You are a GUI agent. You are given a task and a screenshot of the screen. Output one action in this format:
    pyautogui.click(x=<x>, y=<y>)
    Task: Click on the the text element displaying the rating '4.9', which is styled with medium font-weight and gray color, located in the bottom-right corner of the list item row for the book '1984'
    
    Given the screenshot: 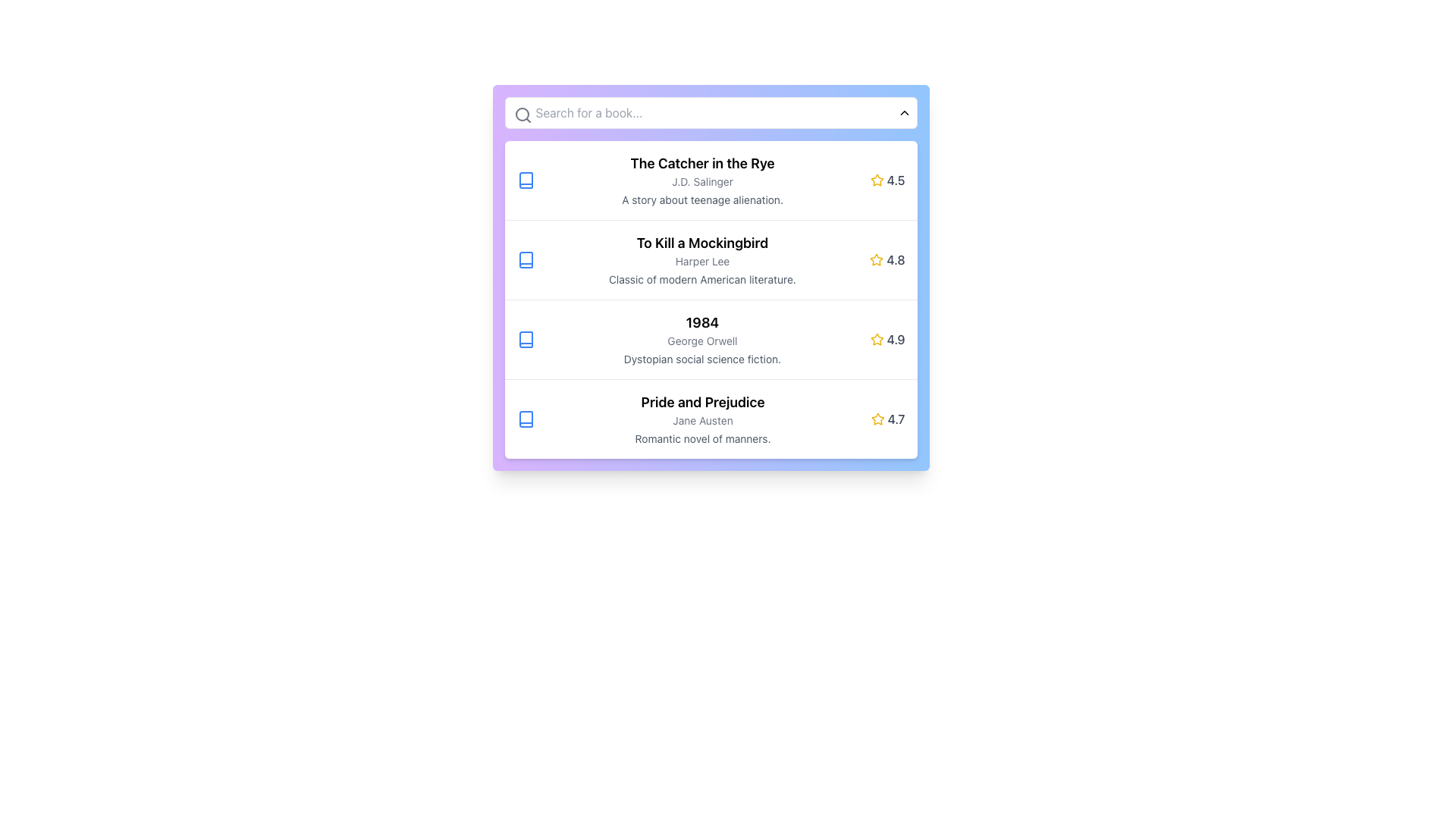 What is the action you would take?
    pyautogui.click(x=896, y=338)
    